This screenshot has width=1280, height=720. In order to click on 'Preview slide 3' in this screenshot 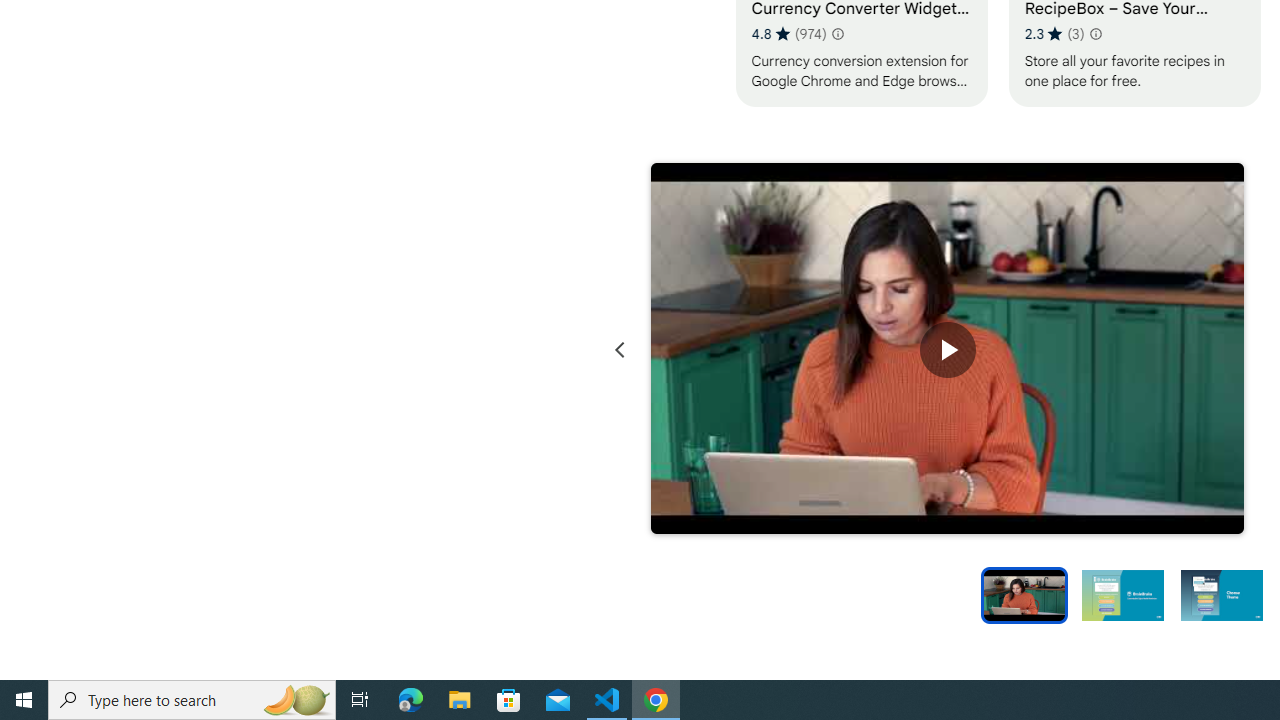, I will do `click(1221, 593)`.